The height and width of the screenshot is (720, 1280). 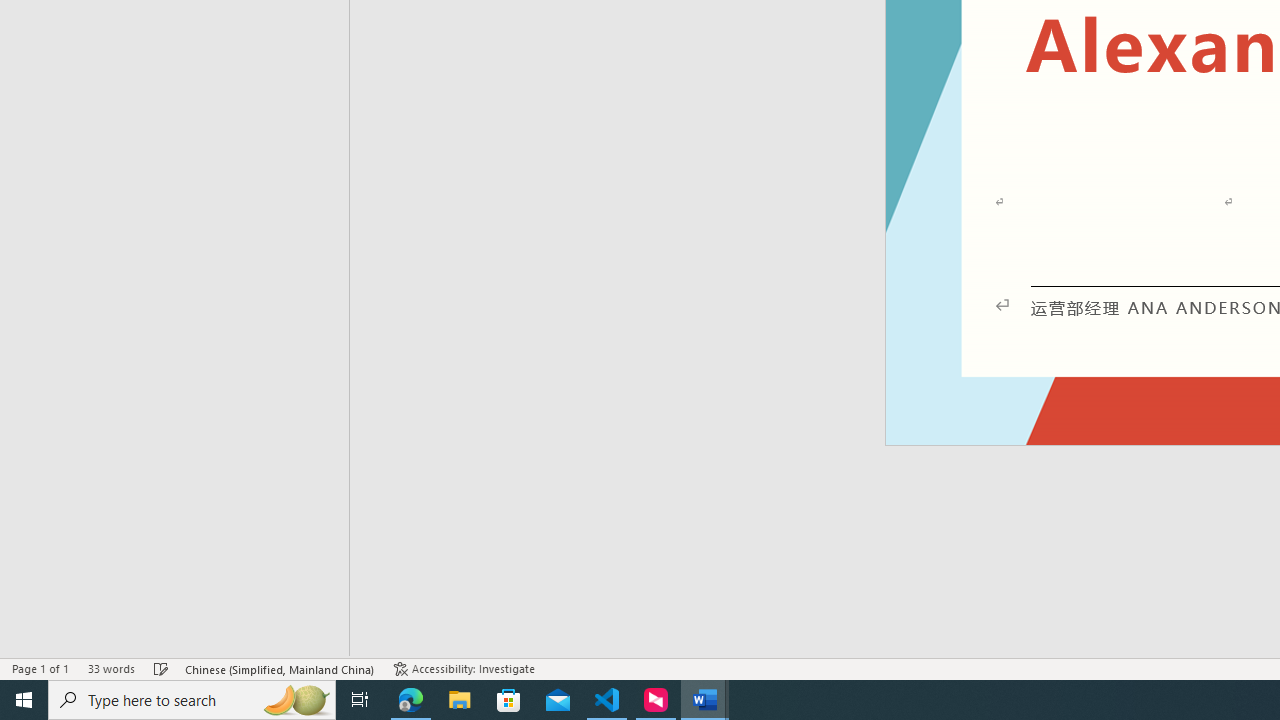 I want to click on 'Spelling and Grammar Check Checking', so click(x=161, y=669).